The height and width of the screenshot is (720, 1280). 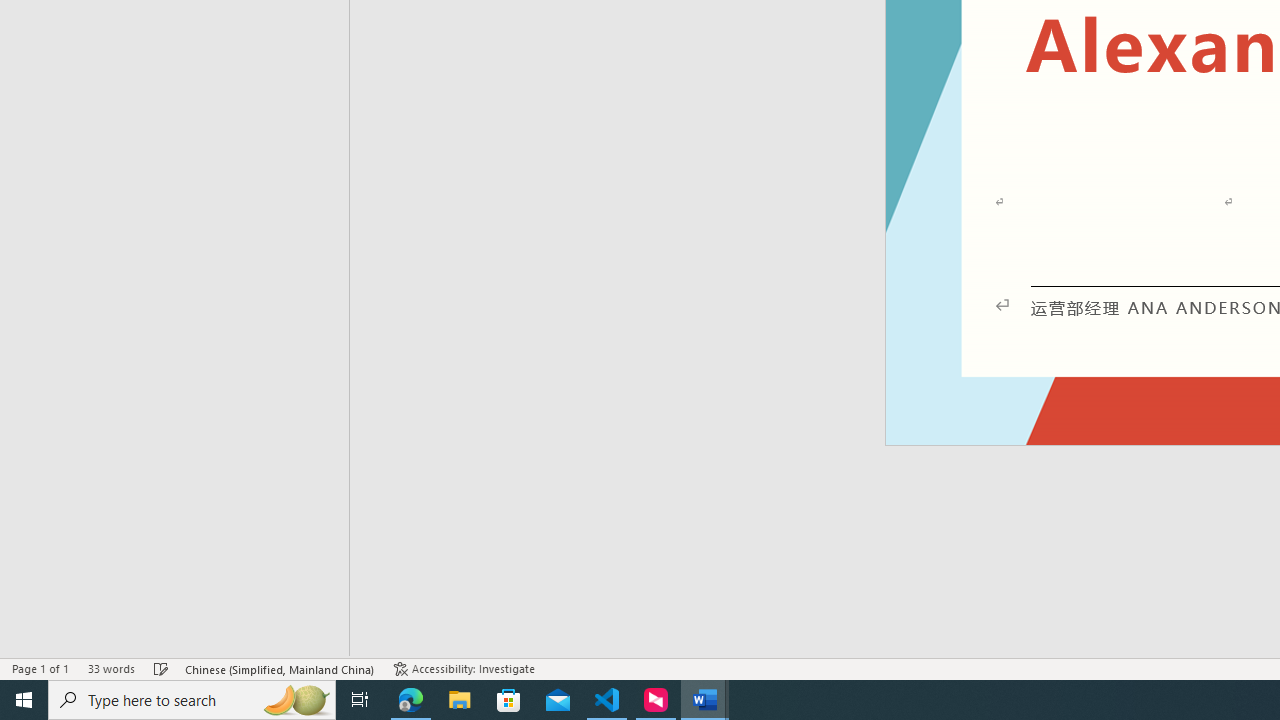 I want to click on 'Spelling and Grammar Check Checking', so click(x=161, y=669).